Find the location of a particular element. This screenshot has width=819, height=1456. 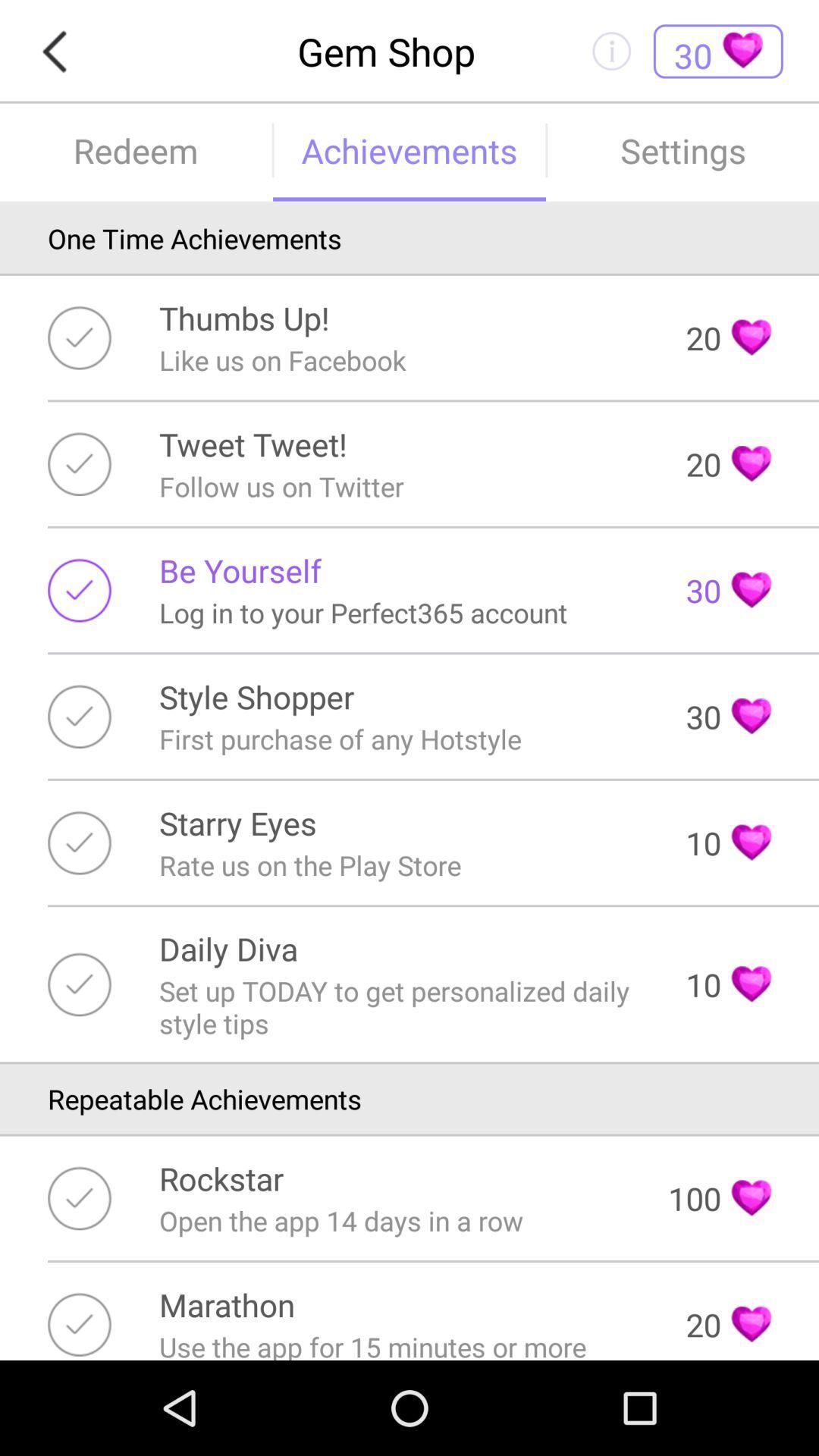

the item to the left of 20 icon is located at coordinates (243, 317).